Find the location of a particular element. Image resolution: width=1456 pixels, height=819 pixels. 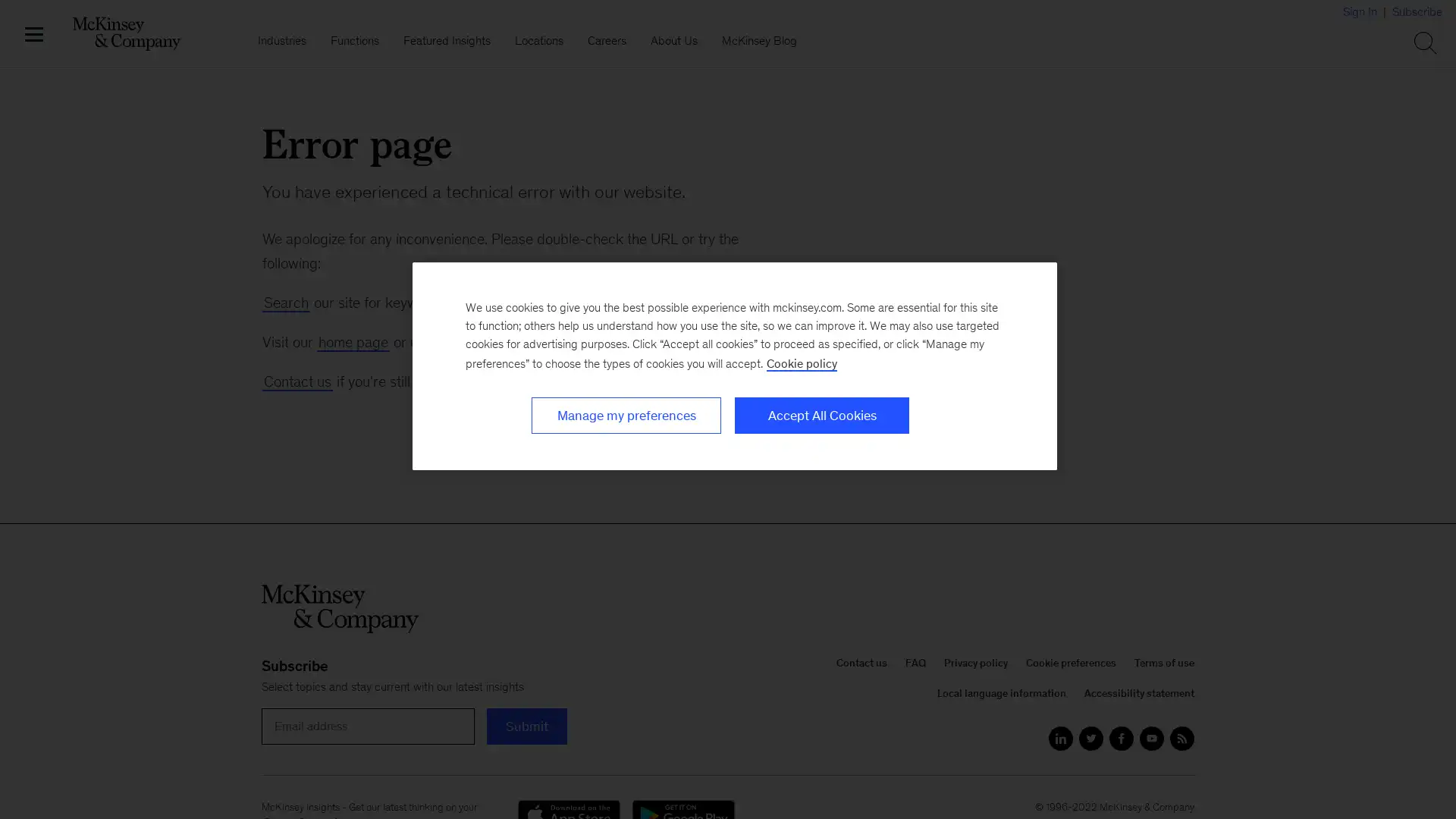

submit For email alerts is located at coordinates (526, 725).